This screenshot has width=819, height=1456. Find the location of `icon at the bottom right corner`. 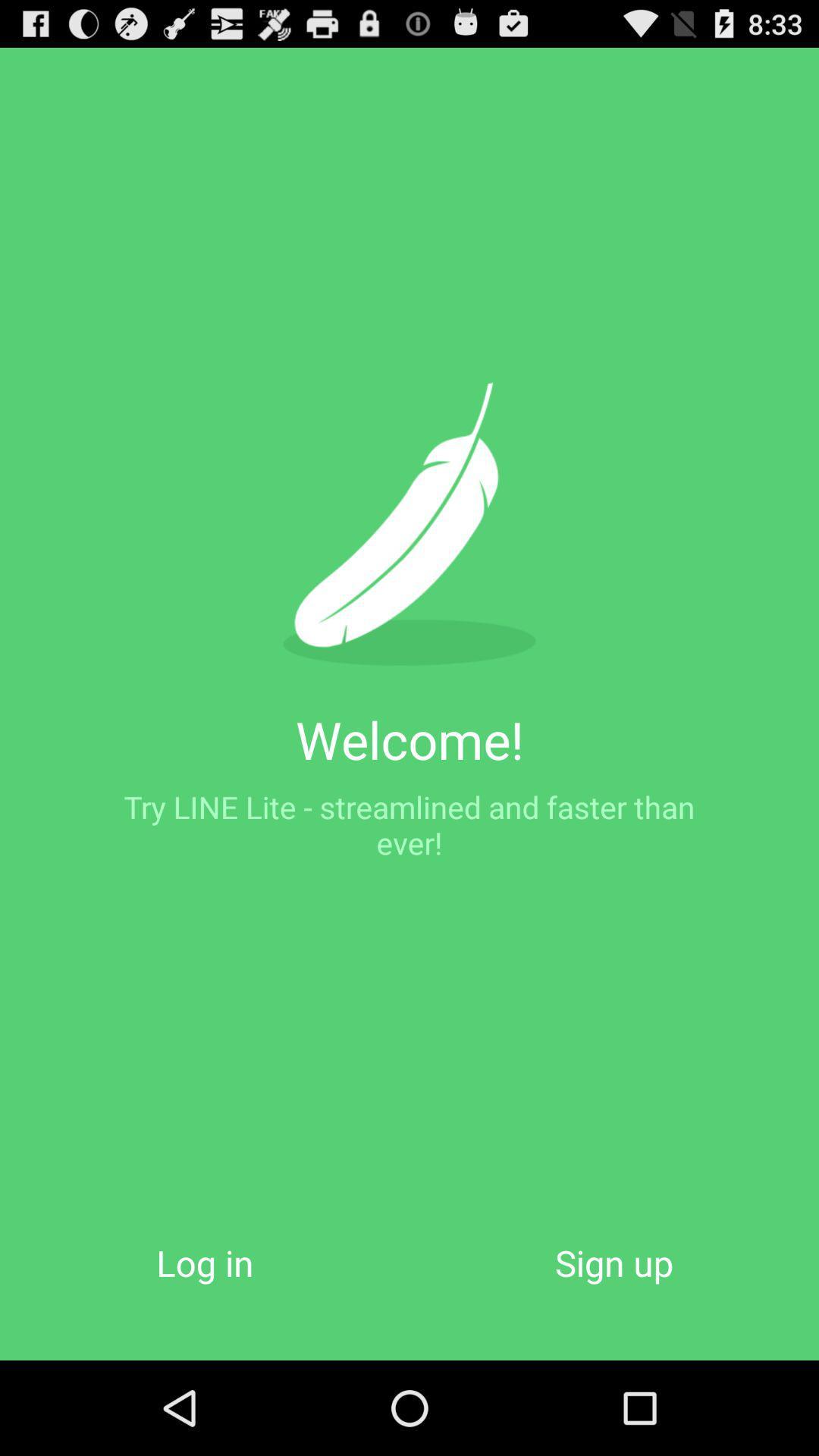

icon at the bottom right corner is located at coordinates (614, 1263).